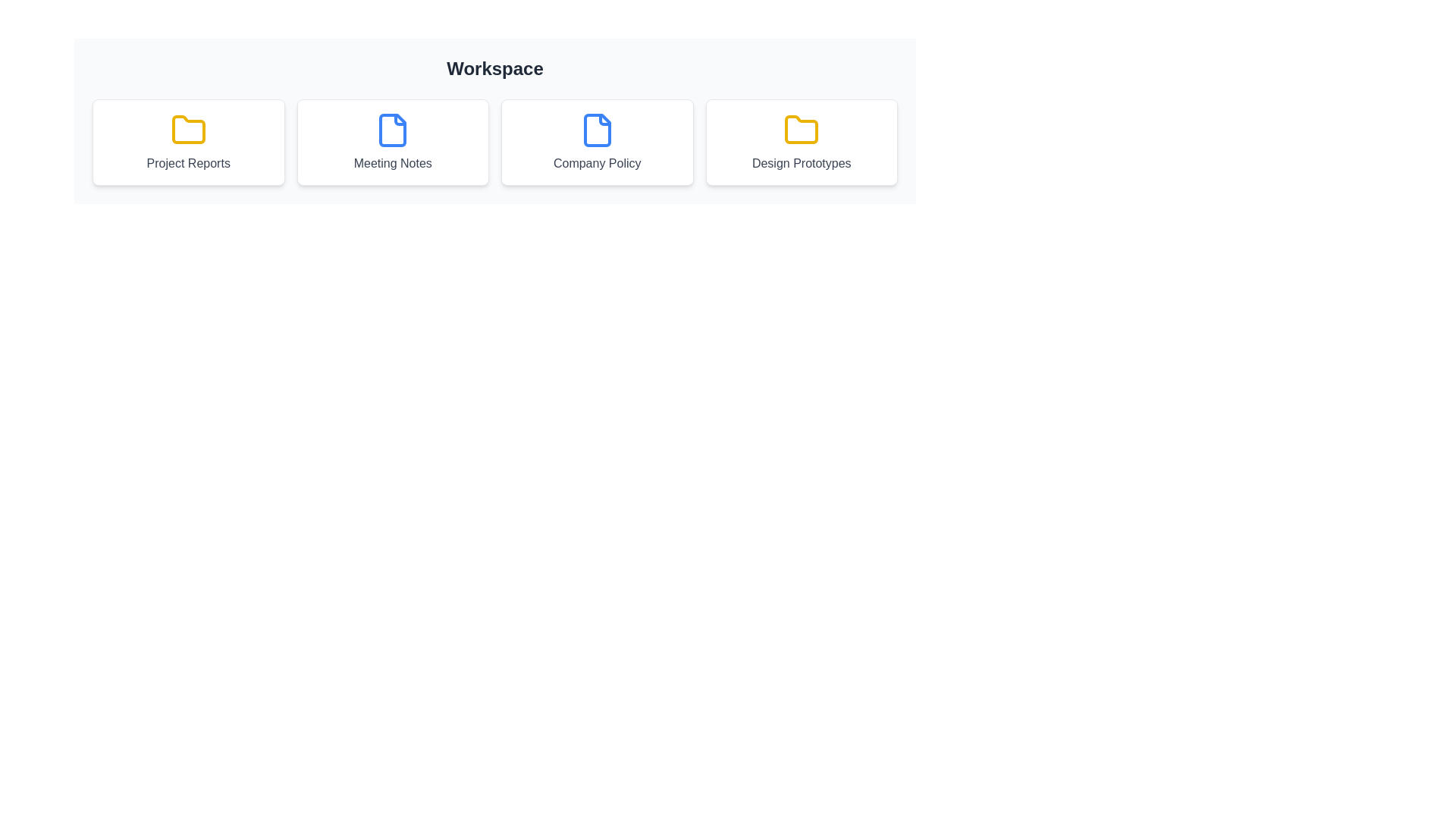  I want to click on the blue file icon located above the text 'Meeting Notes' in the second card from the left in the top row of the workspace layout, so click(393, 130).